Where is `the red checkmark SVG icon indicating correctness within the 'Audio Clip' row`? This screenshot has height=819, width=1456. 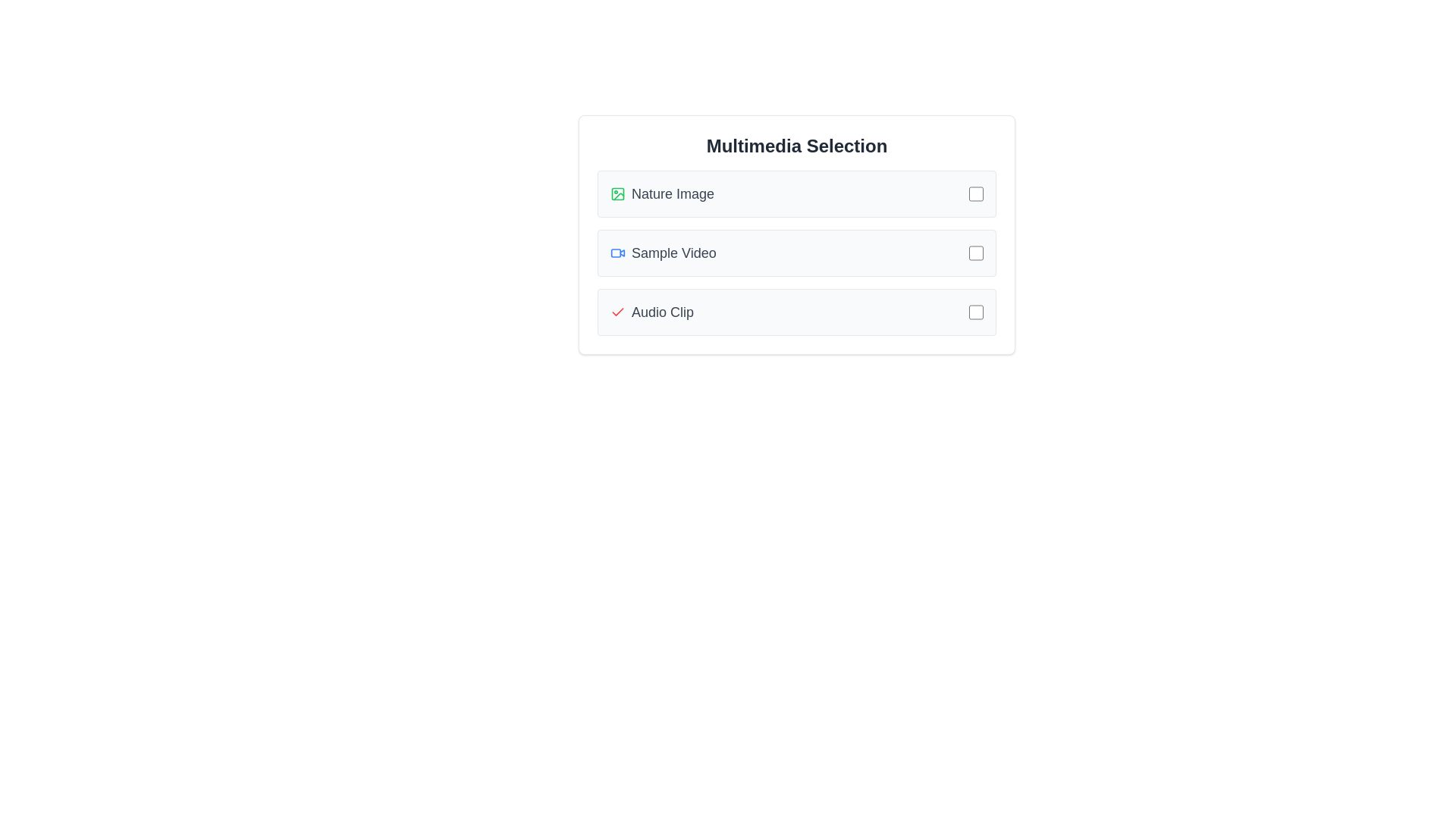 the red checkmark SVG icon indicating correctness within the 'Audio Clip' row is located at coordinates (618, 311).